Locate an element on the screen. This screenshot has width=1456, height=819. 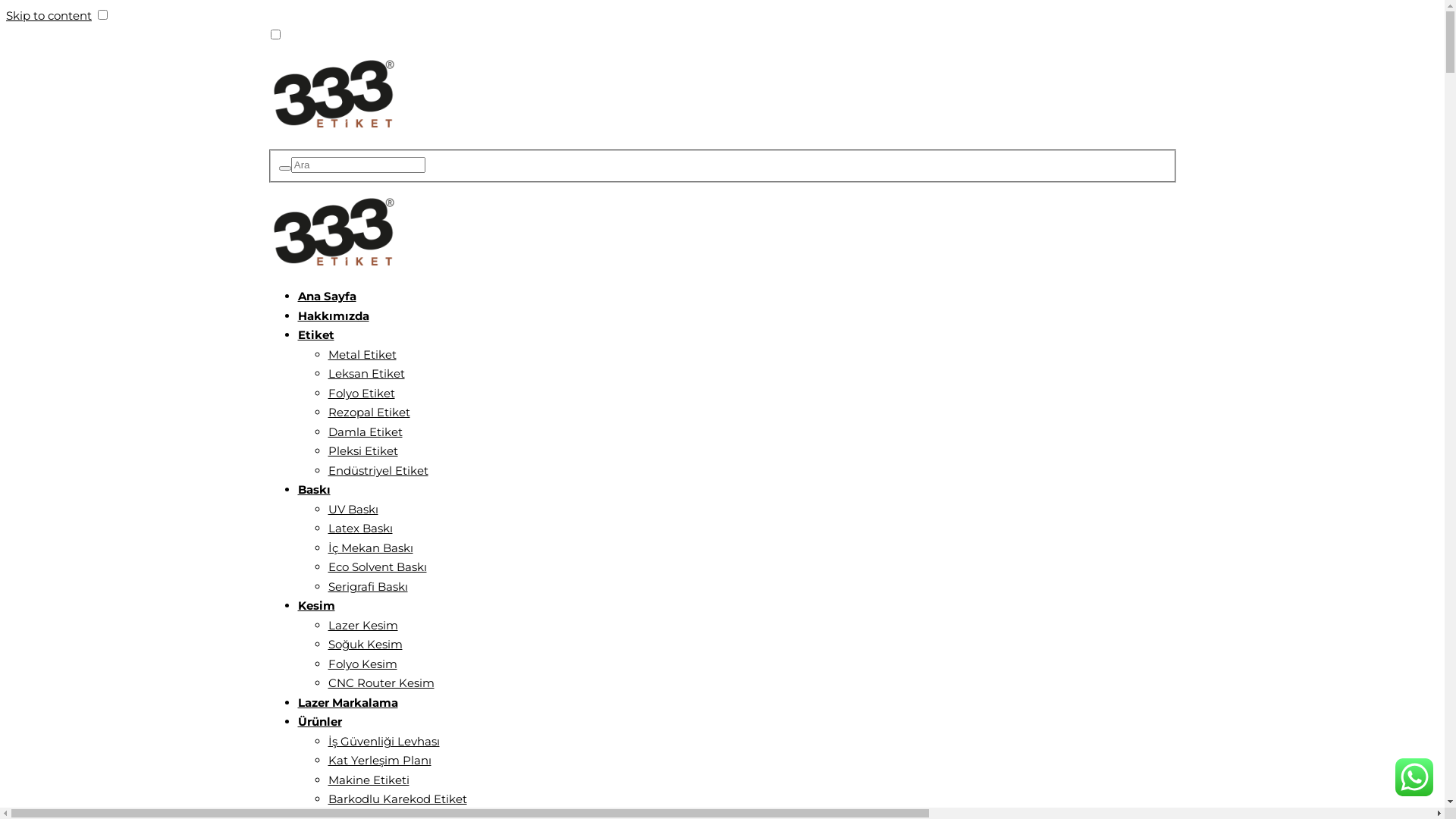
'Ara' is located at coordinates (284, 168).